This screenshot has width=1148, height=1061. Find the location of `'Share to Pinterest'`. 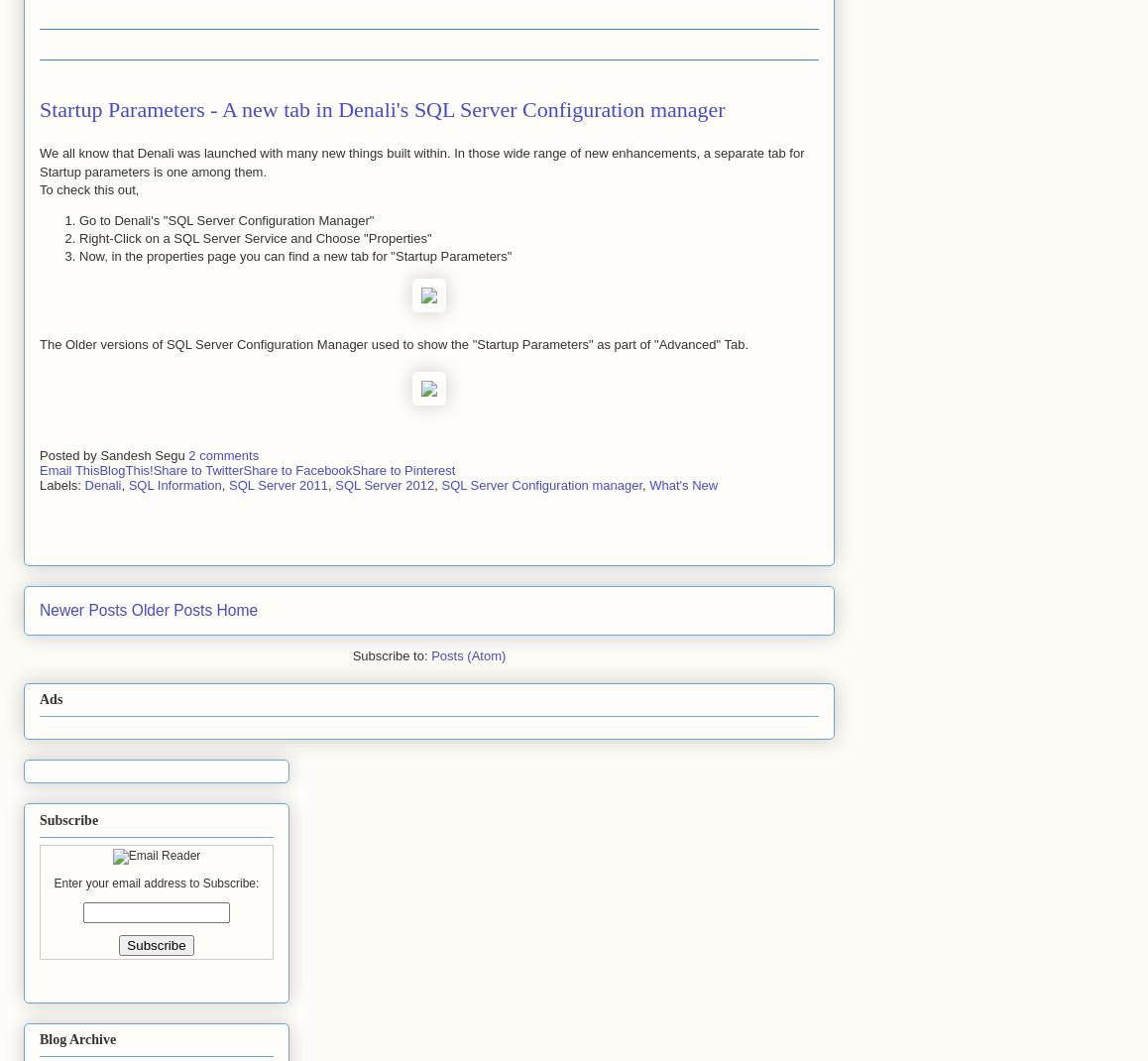

'Share to Pinterest' is located at coordinates (403, 470).